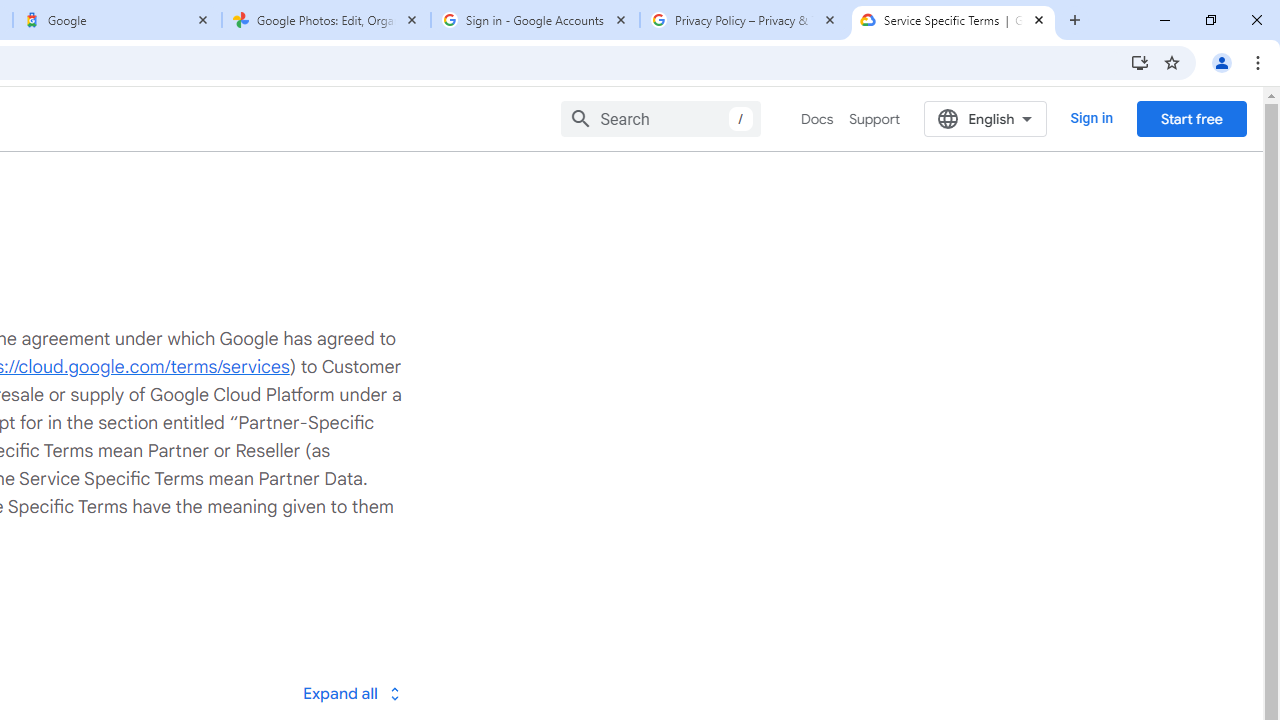 This screenshot has height=720, width=1280. What do you see at coordinates (874, 119) in the screenshot?
I see `'Support'` at bounding box center [874, 119].